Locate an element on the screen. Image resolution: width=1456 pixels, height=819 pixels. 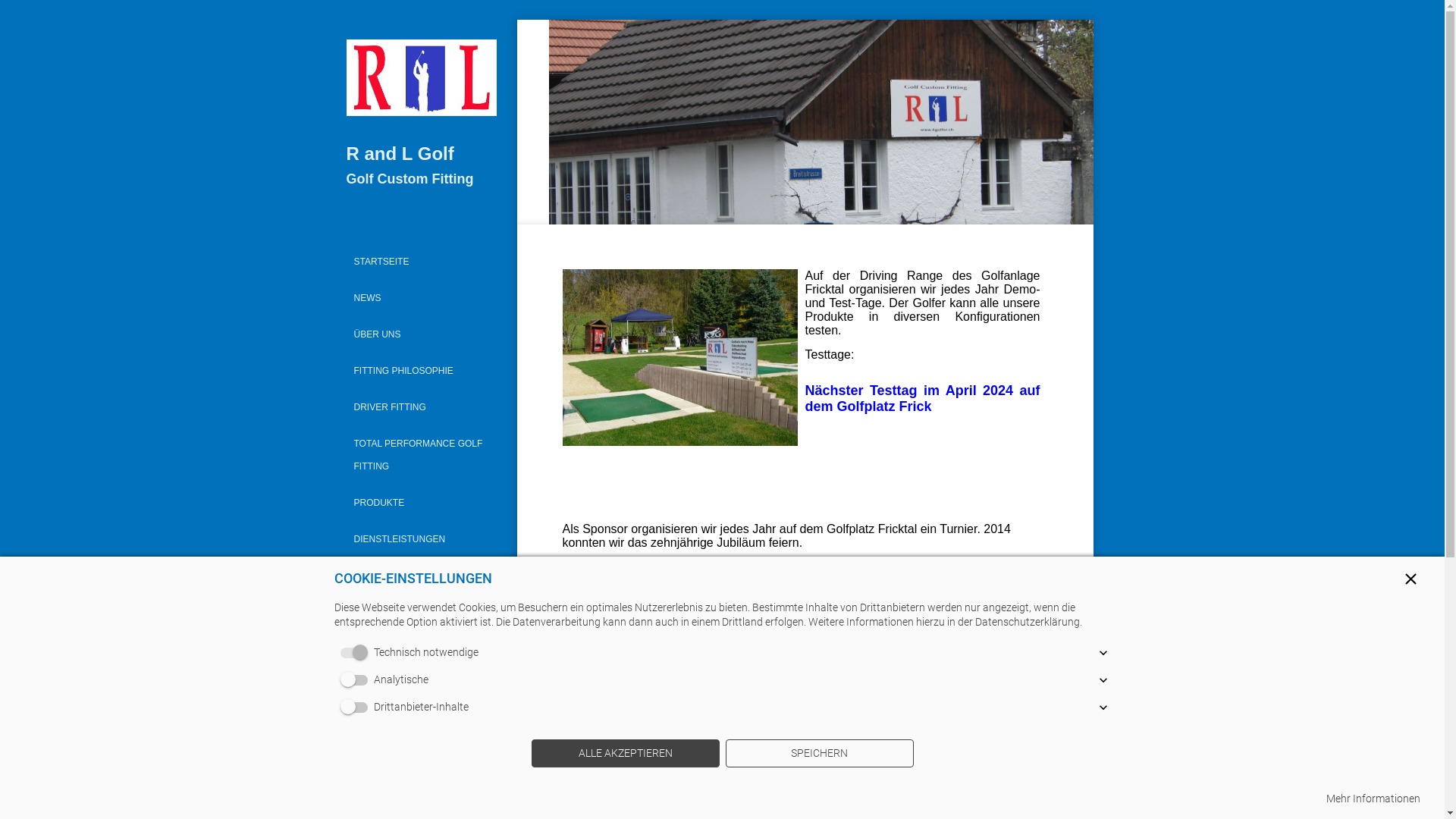
'DRIVER FITTING' is located at coordinates (422, 406).